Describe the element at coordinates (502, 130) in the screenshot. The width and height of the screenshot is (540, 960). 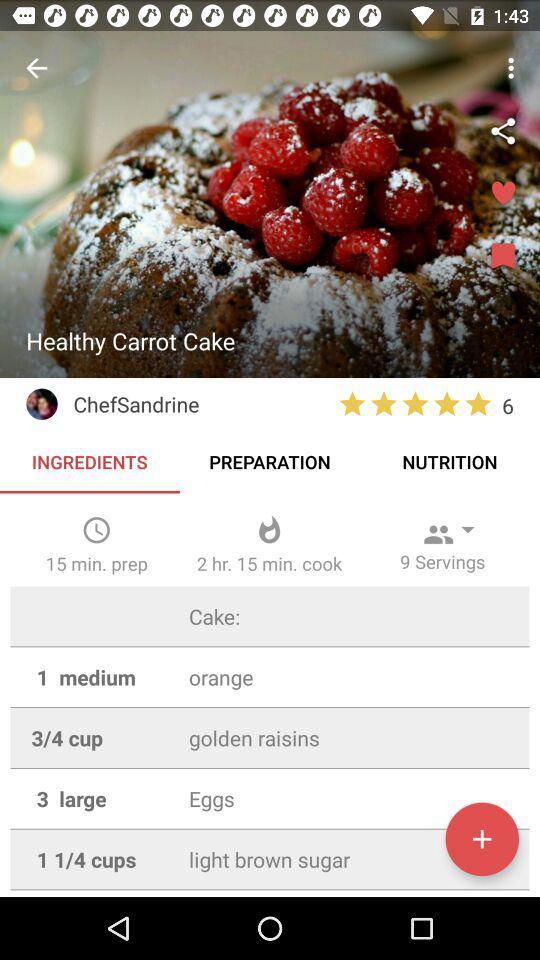
I see `share the recipe` at that location.